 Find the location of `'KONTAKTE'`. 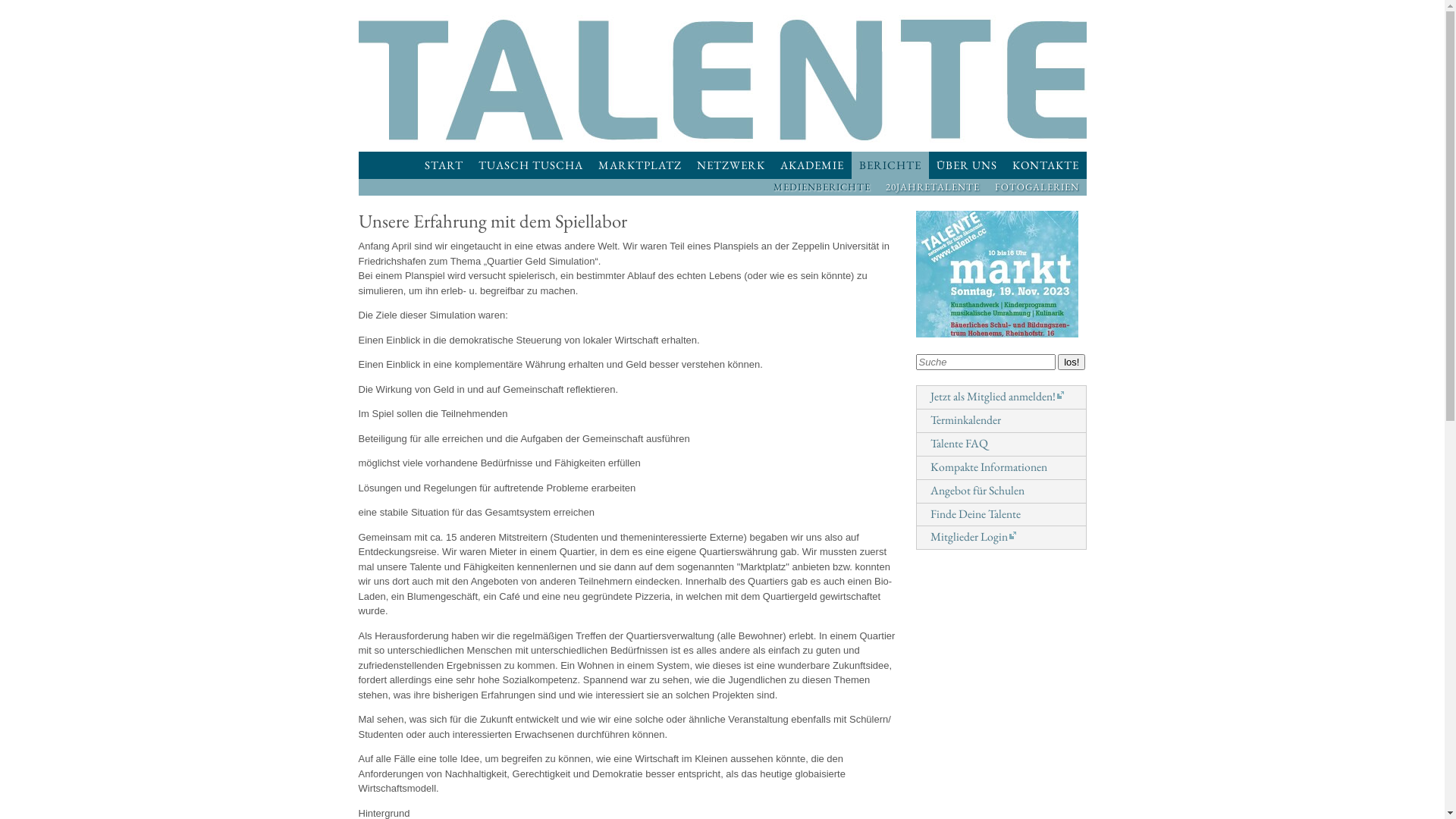

'KONTAKTE' is located at coordinates (1043, 165).